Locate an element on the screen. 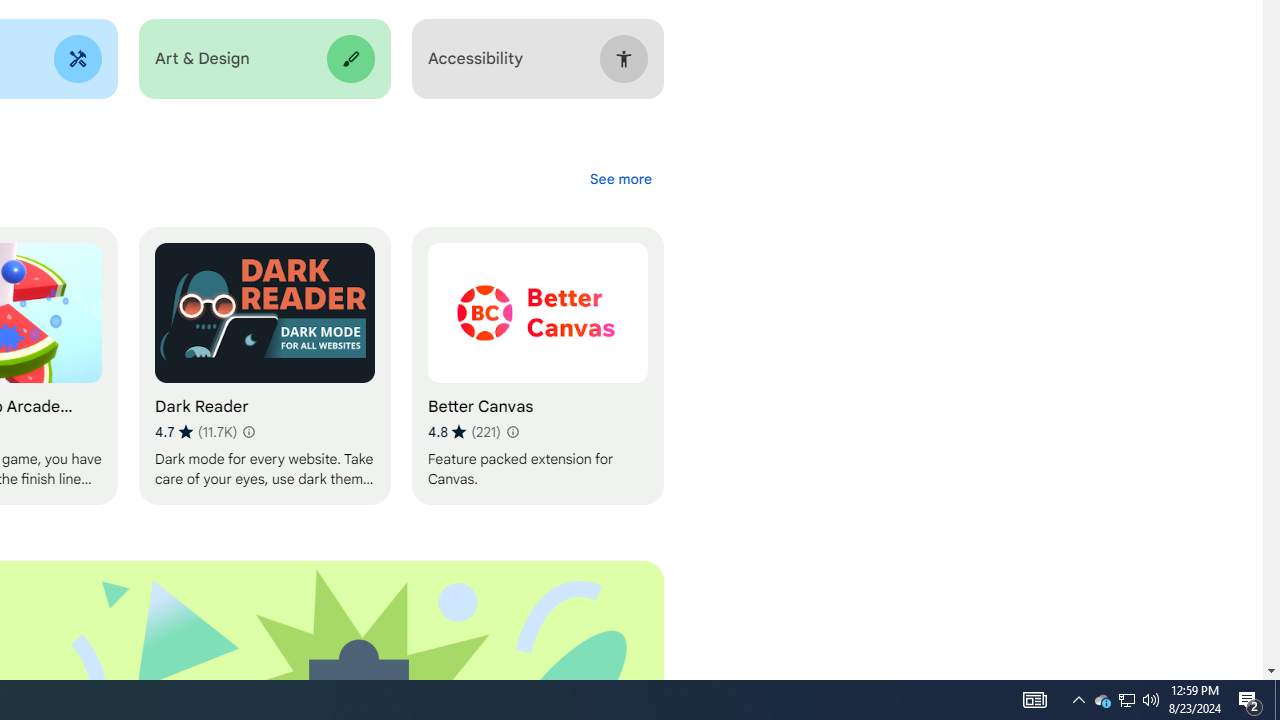 This screenshot has height=720, width=1280. 'Average rating 4.8 out of 5 stars. 221 ratings.' is located at coordinates (463, 431).